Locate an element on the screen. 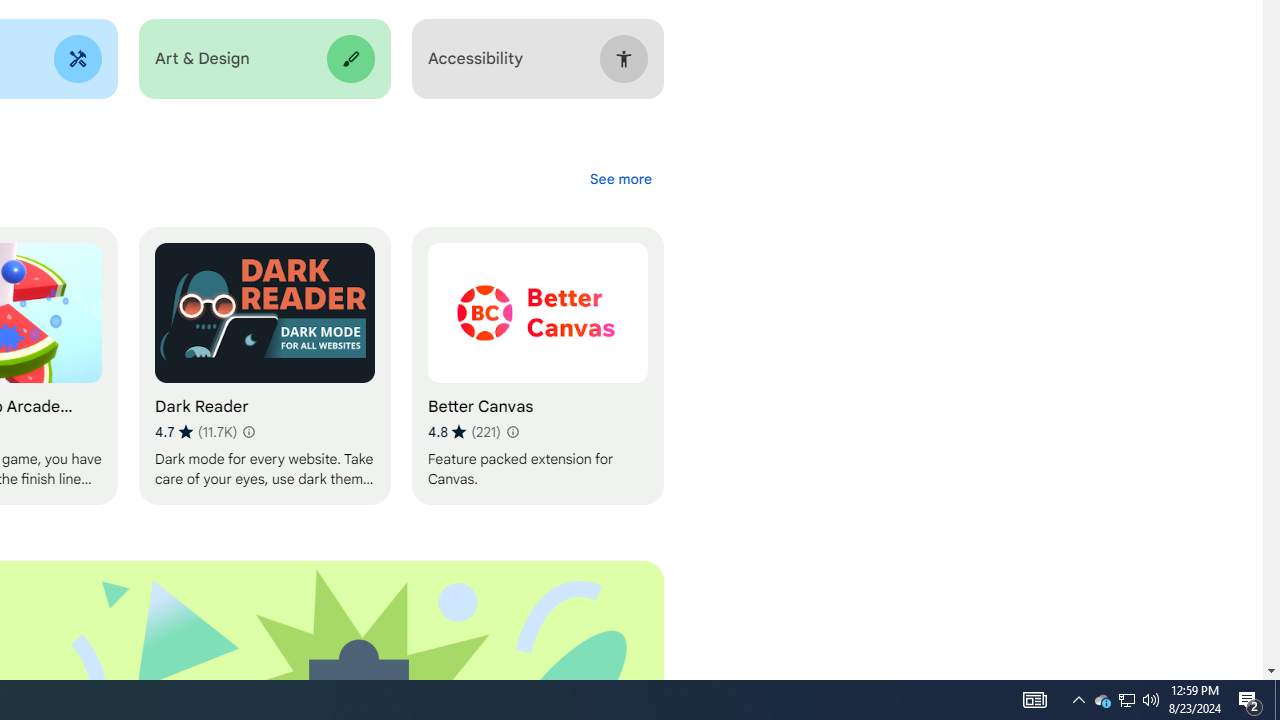 This screenshot has height=720, width=1280. 'Average rating 4.8 out of 5 stars. 221 ratings.' is located at coordinates (463, 431).